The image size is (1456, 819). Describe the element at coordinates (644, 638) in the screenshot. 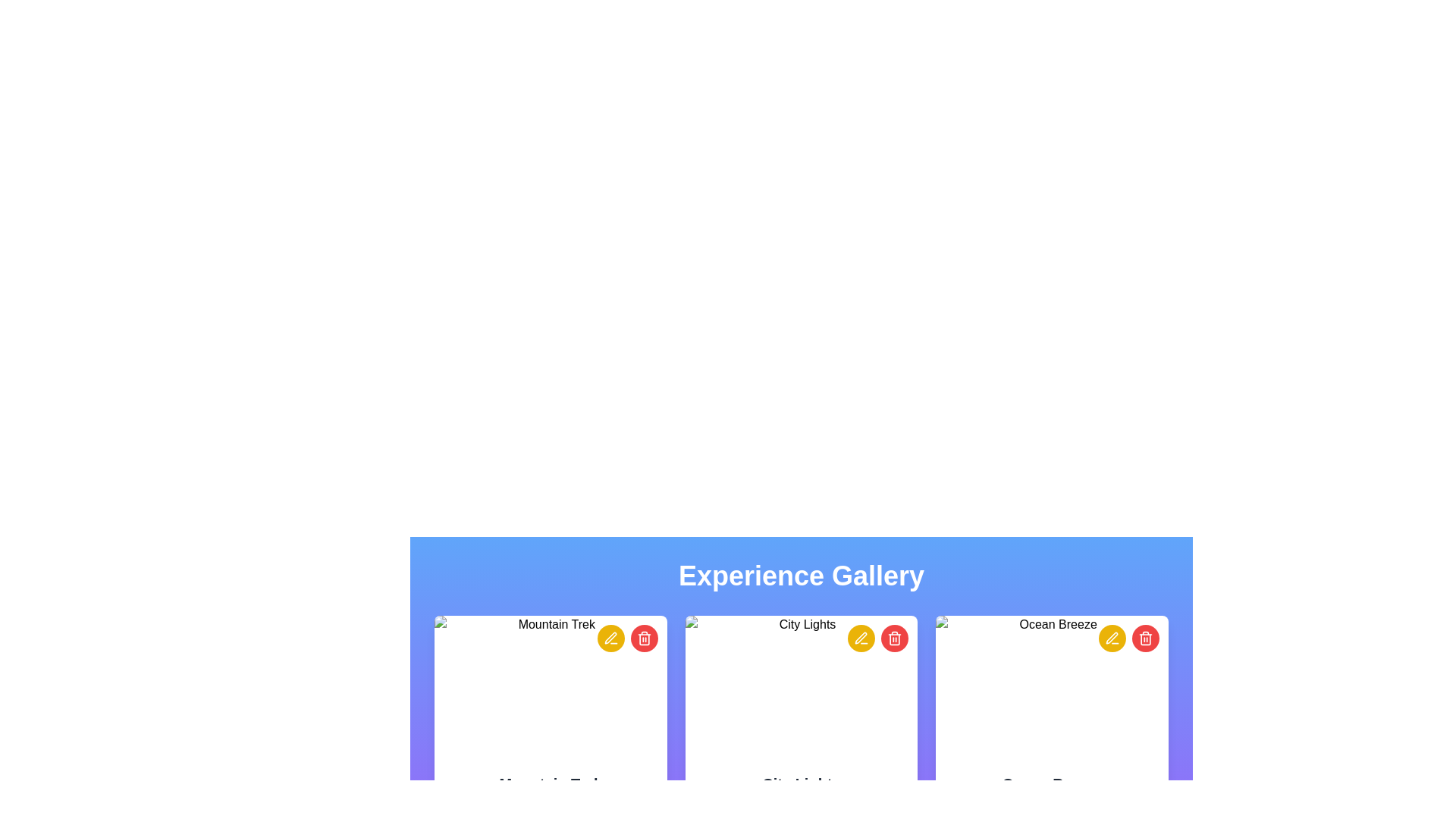

I see `the circular red button with a white trash icon located at the top-right corner of the 'Mountain Trek' card` at that location.